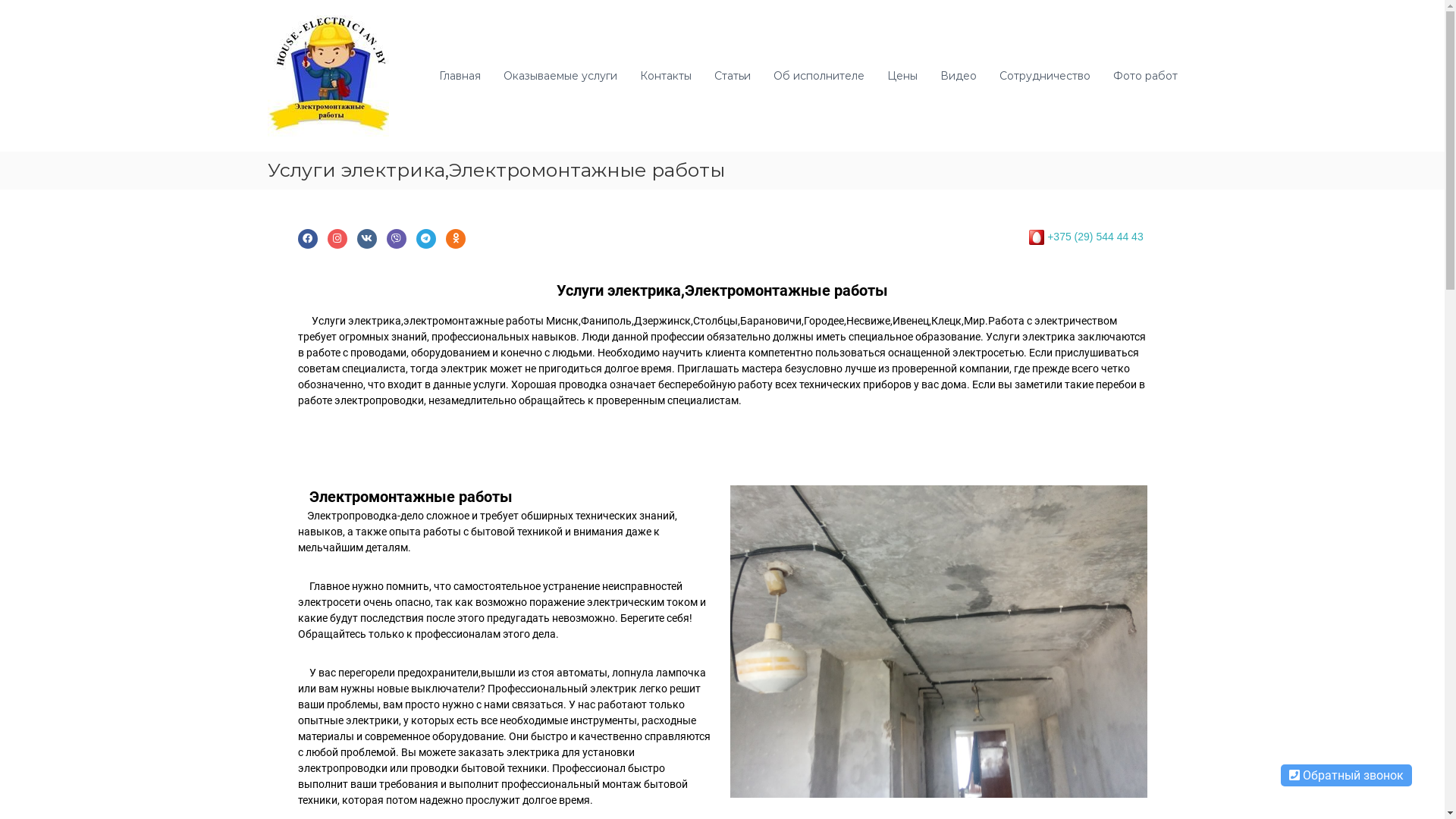 The image size is (1456, 819). What do you see at coordinates (1095, 237) in the screenshot?
I see `'+375 (29) 544 44 43'` at bounding box center [1095, 237].